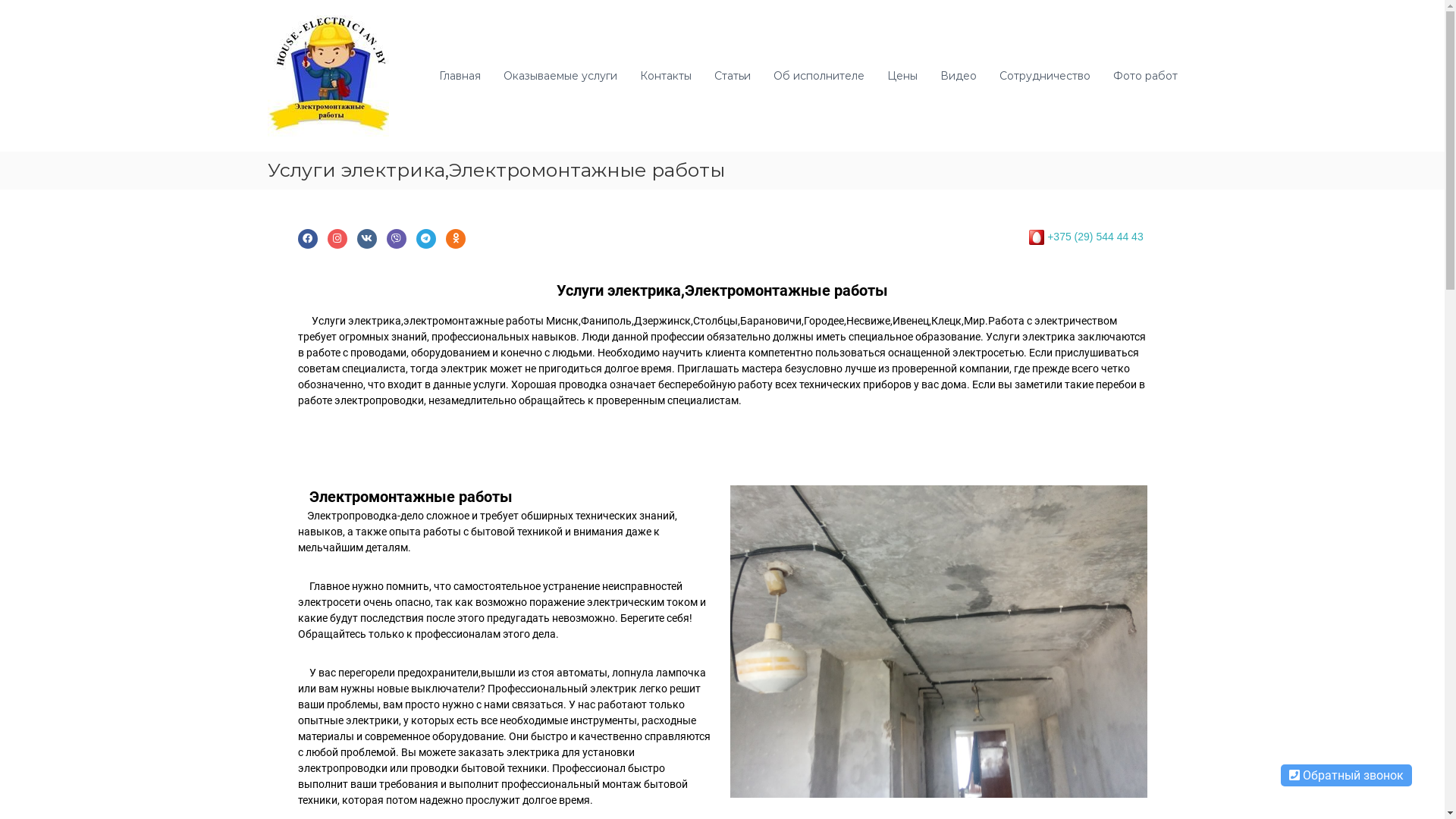 The image size is (1456, 819). What do you see at coordinates (1095, 237) in the screenshot?
I see `'+375 (29) 544 44 43'` at bounding box center [1095, 237].